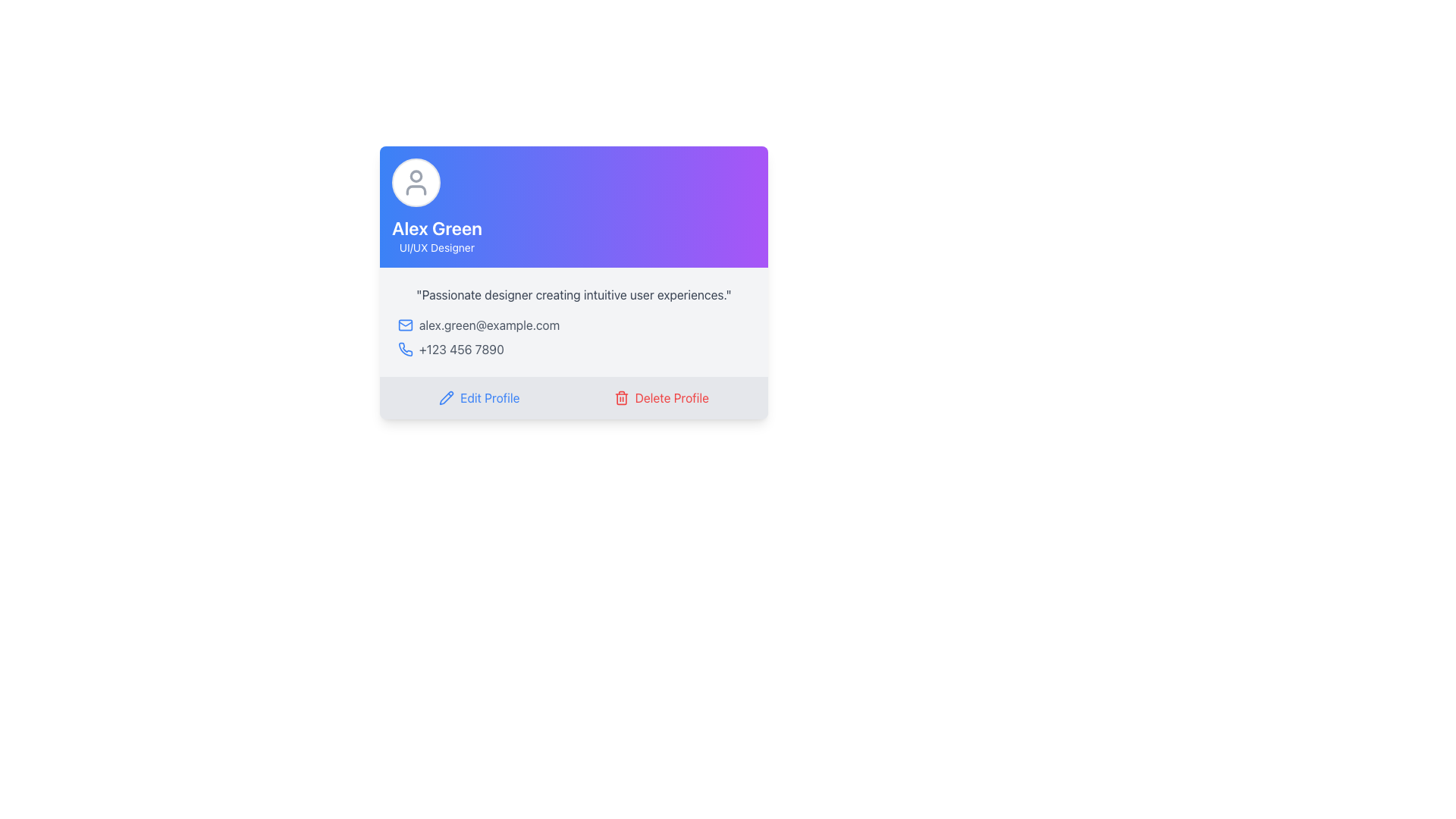 The height and width of the screenshot is (819, 1456). Describe the element at coordinates (436, 227) in the screenshot. I see `the text 'Alex Green' displayed in the profile card's upper section, centered within the gradient blue-purple area` at that location.